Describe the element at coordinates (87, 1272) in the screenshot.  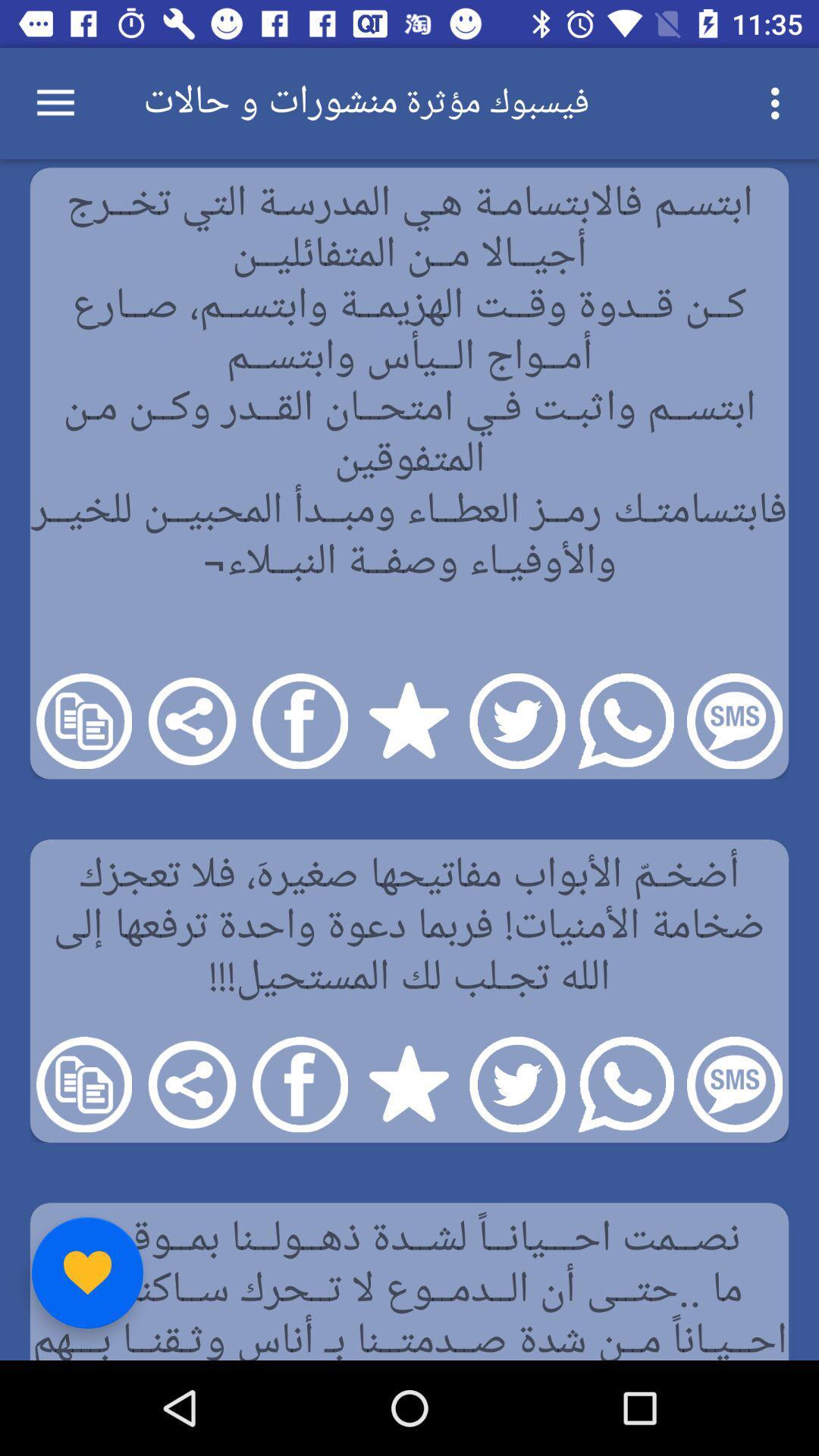
I see `the favorite icon` at that location.